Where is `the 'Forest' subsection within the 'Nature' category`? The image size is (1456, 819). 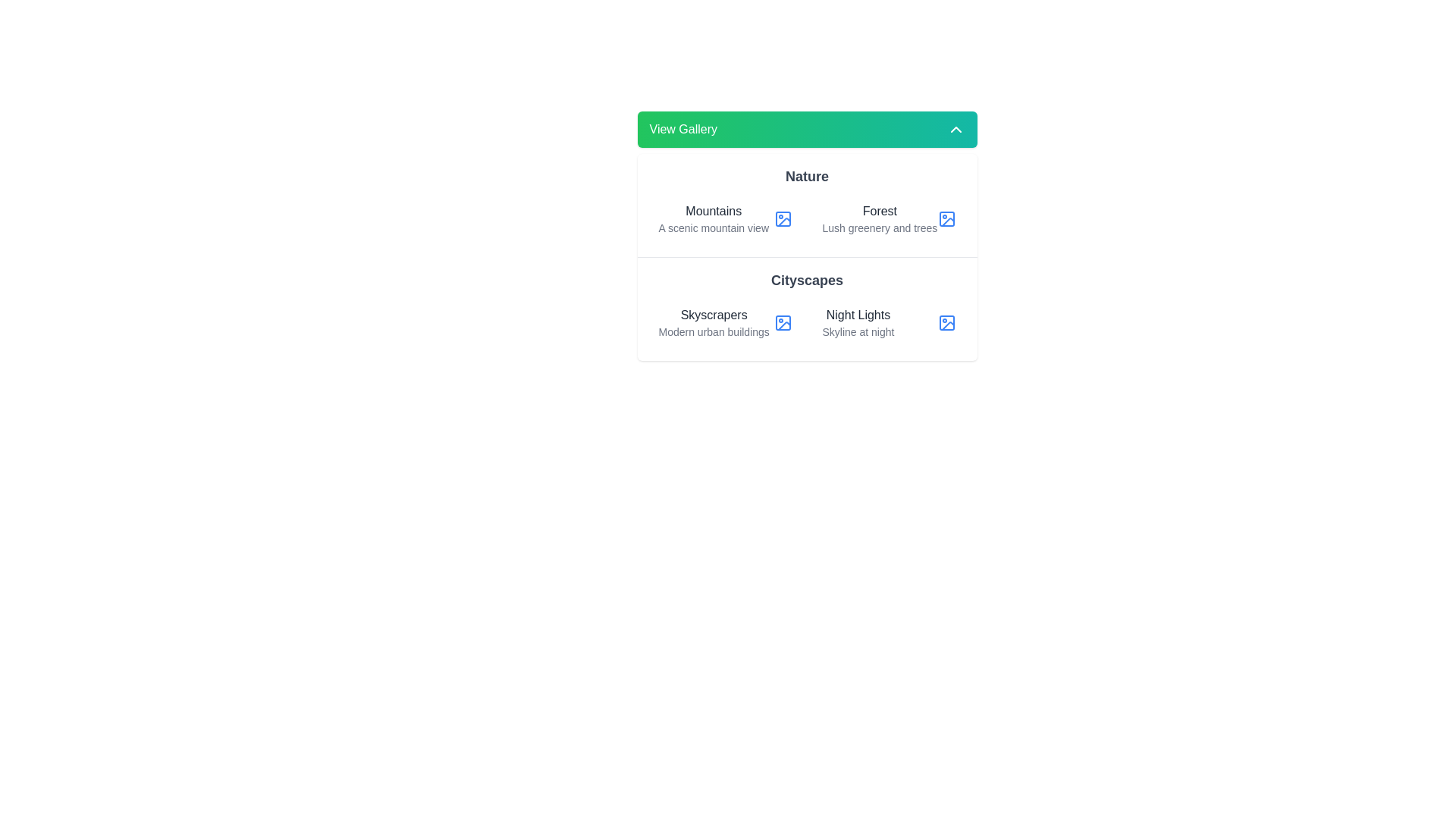 the 'Forest' subsection within the 'Nature' category is located at coordinates (806, 205).